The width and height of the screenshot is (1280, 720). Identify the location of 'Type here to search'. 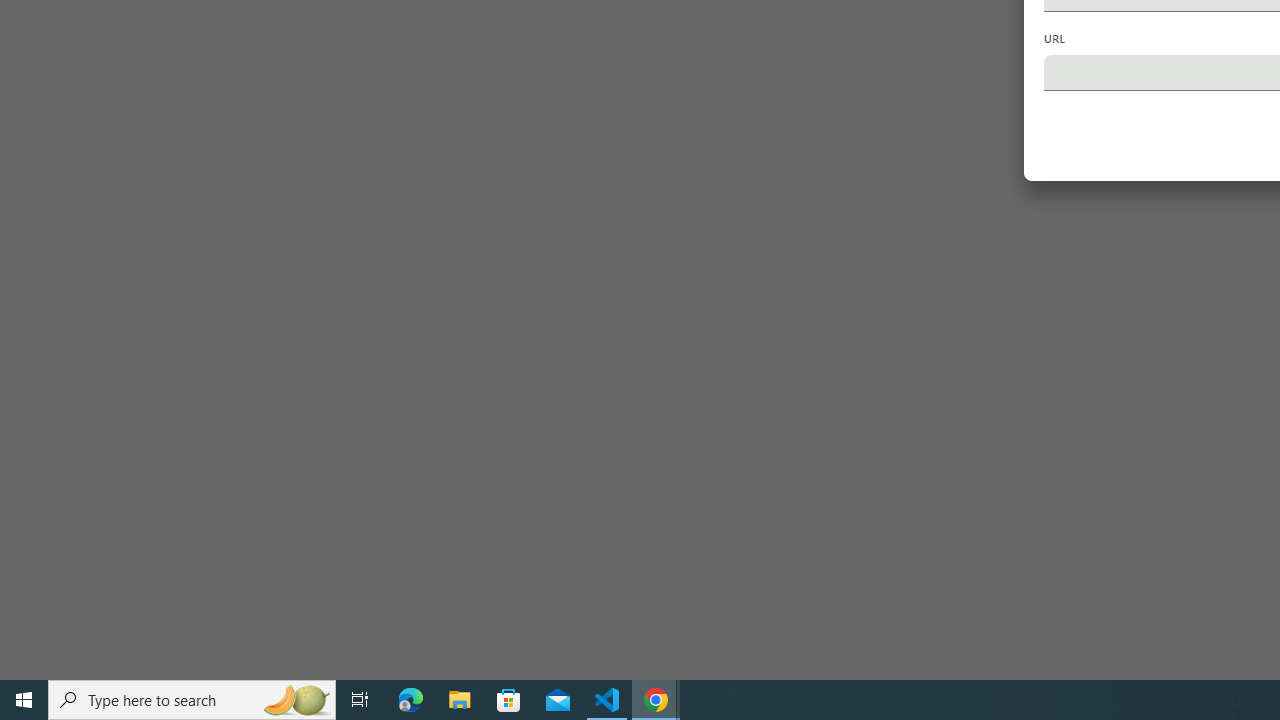
(192, 698).